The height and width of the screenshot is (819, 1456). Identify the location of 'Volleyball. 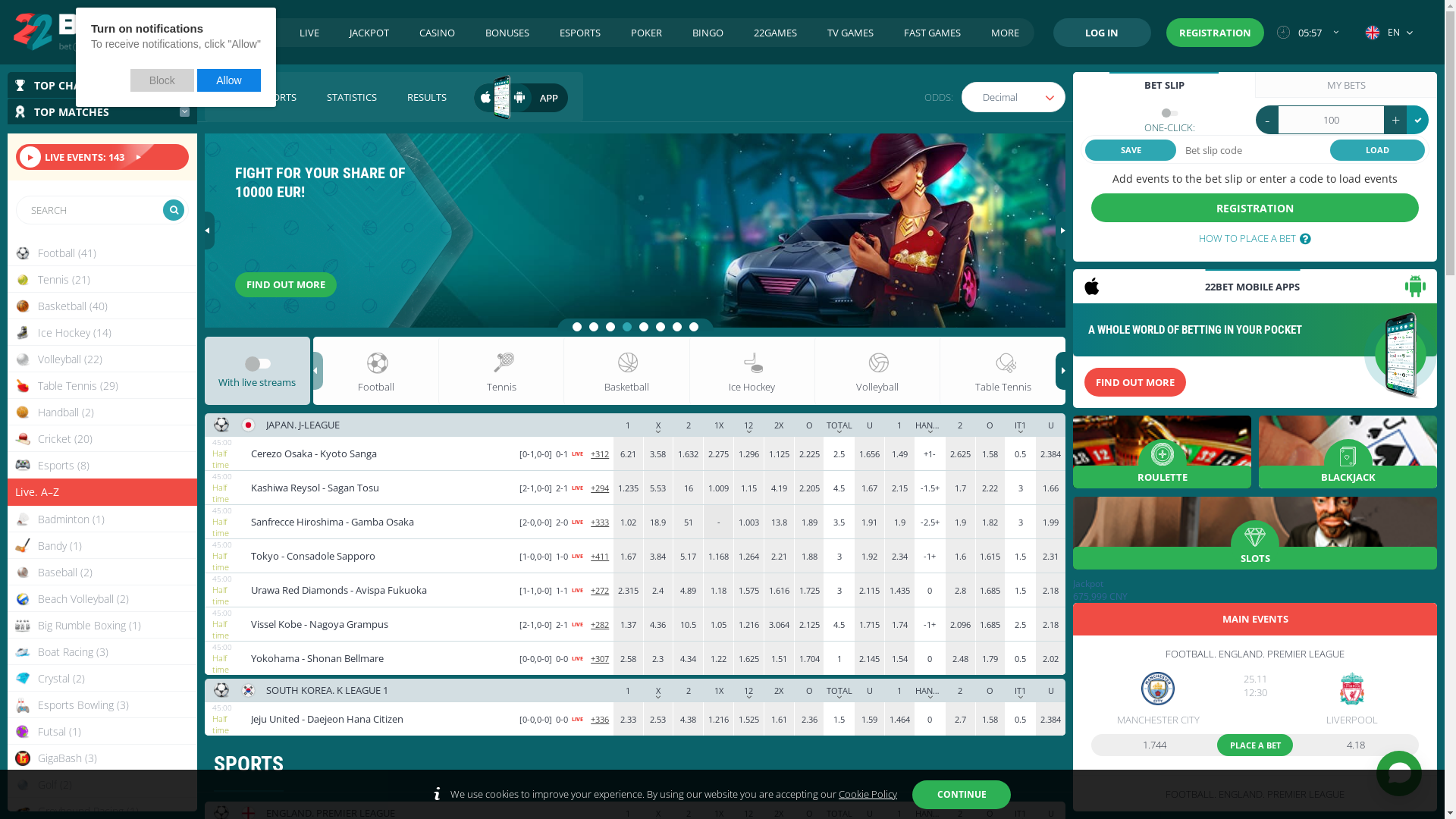
(101, 359).